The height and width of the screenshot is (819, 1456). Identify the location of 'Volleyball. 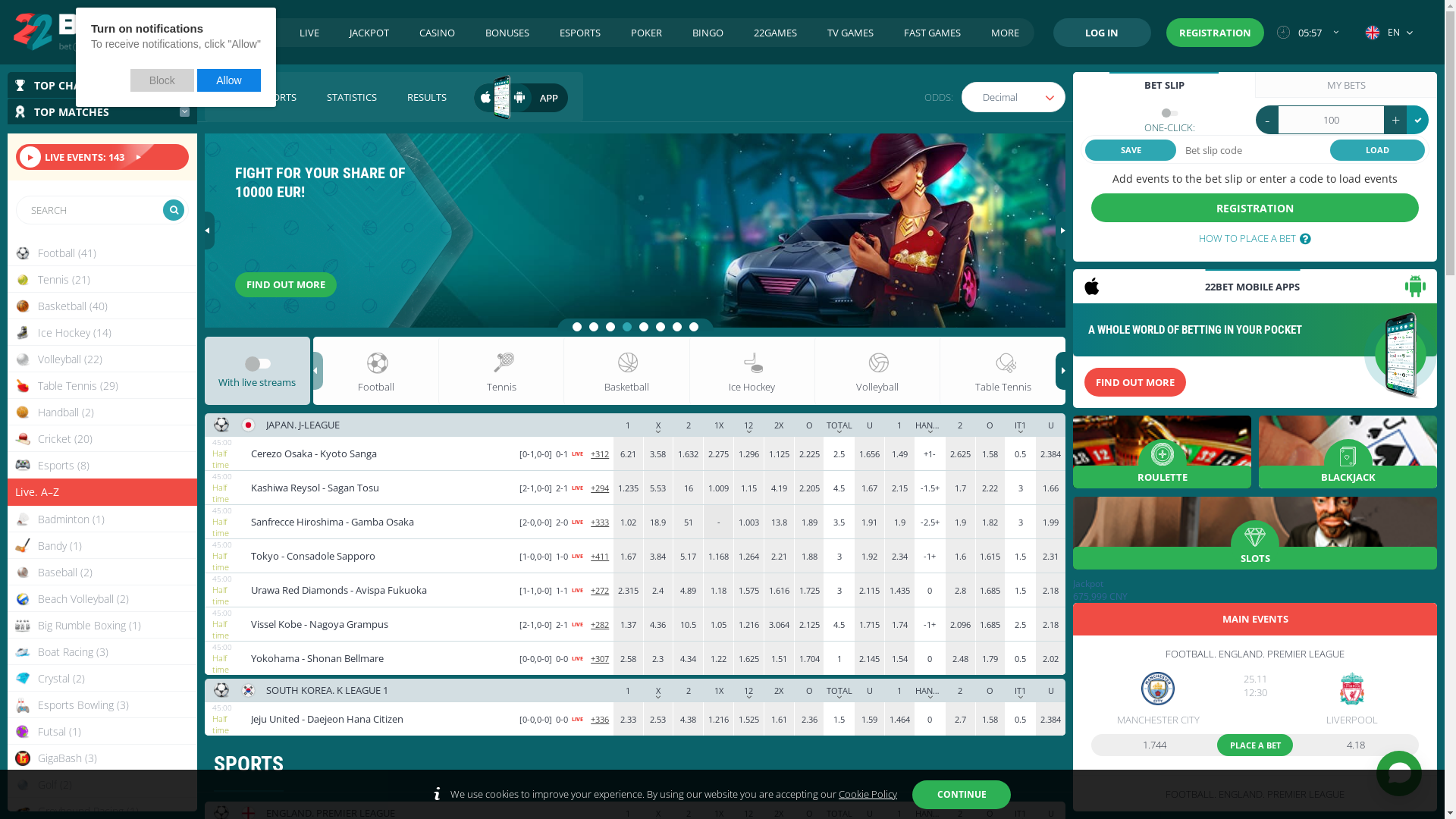
(101, 359).